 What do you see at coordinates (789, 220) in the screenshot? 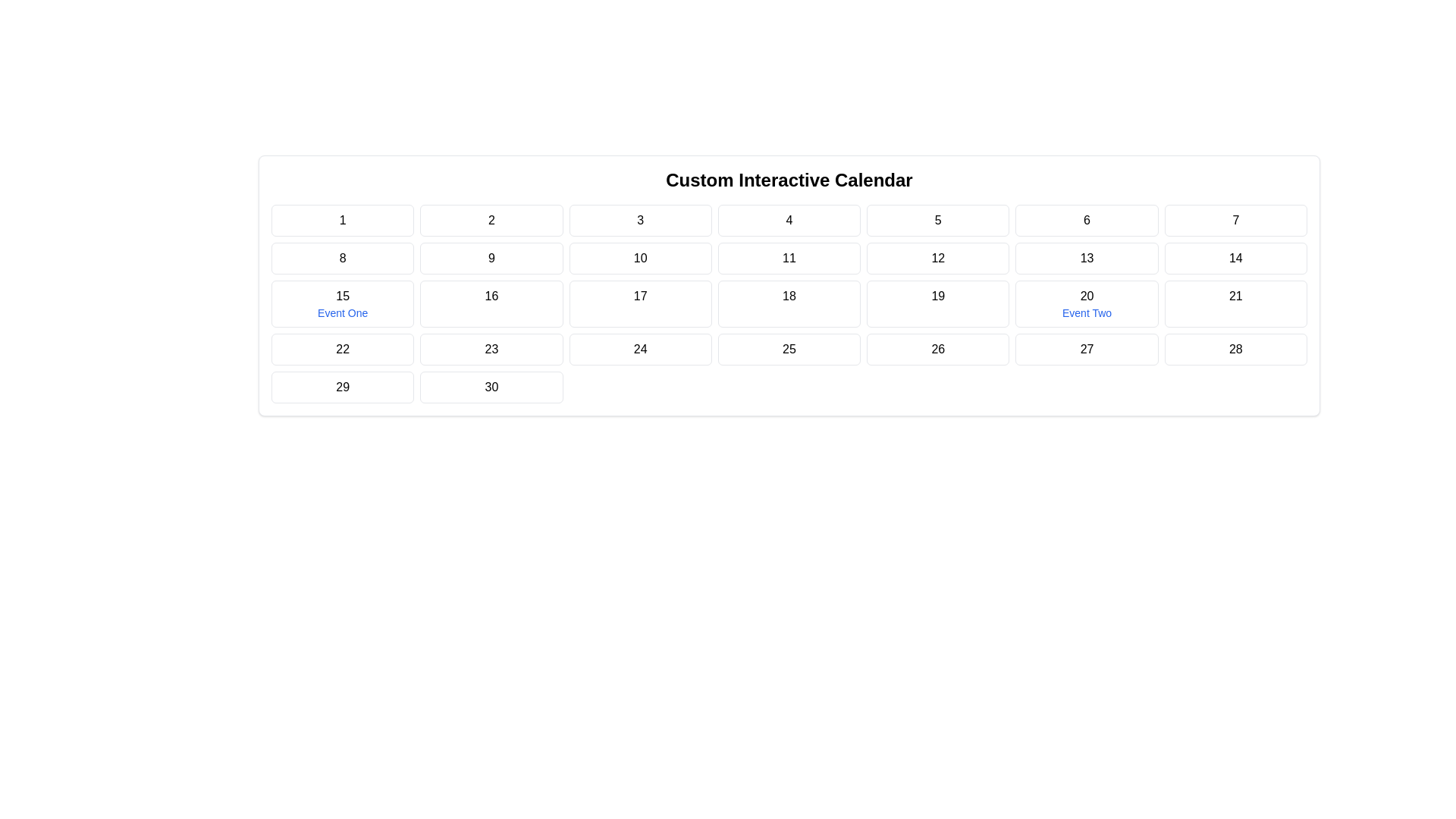
I see `the non-interactive label representing the fourth day in the calendar view, located in the first row and fourth column of the grid layout` at bounding box center [789, 220].